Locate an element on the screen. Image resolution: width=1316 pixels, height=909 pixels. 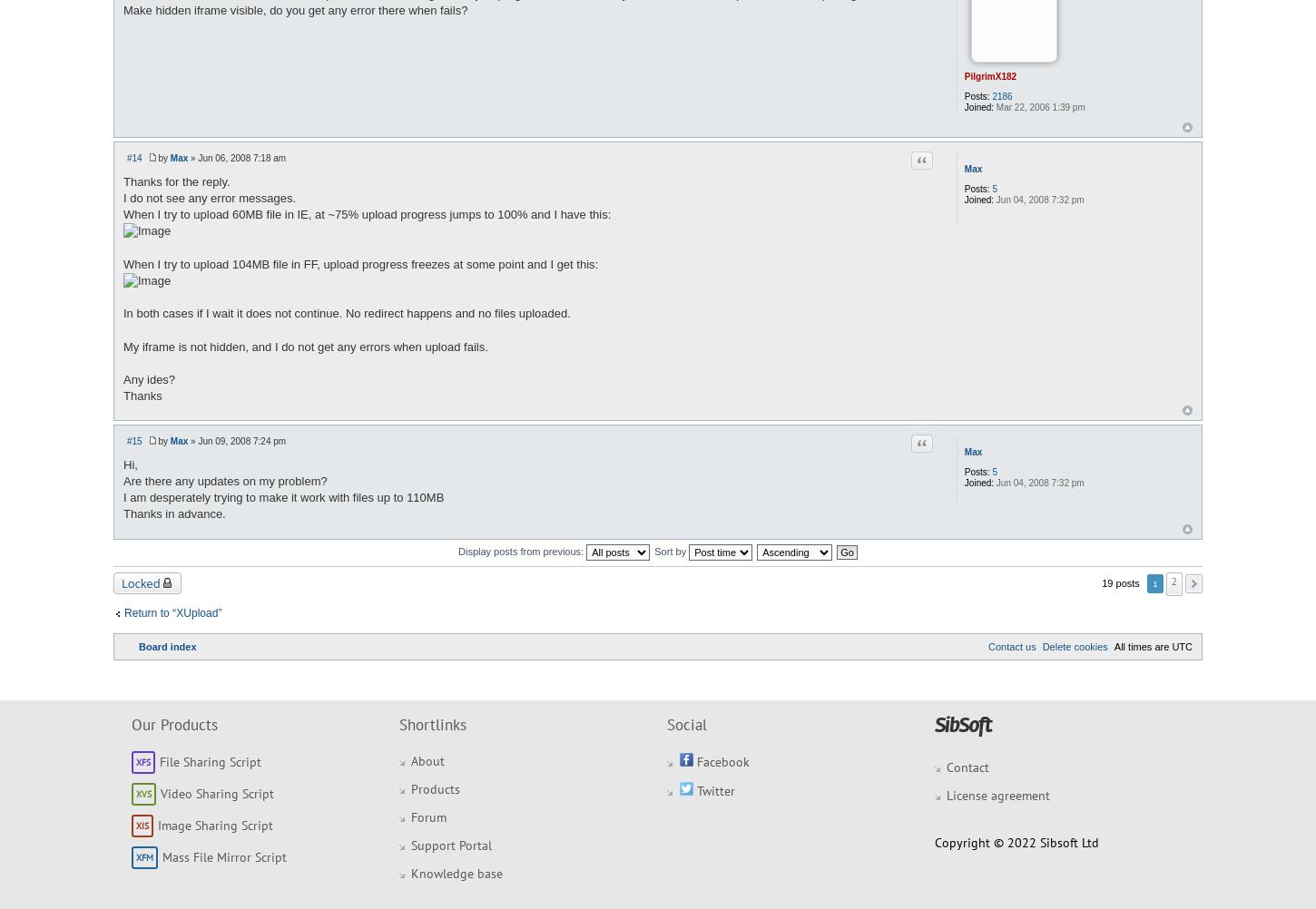
'Products' is located at coordinates (434, 788).